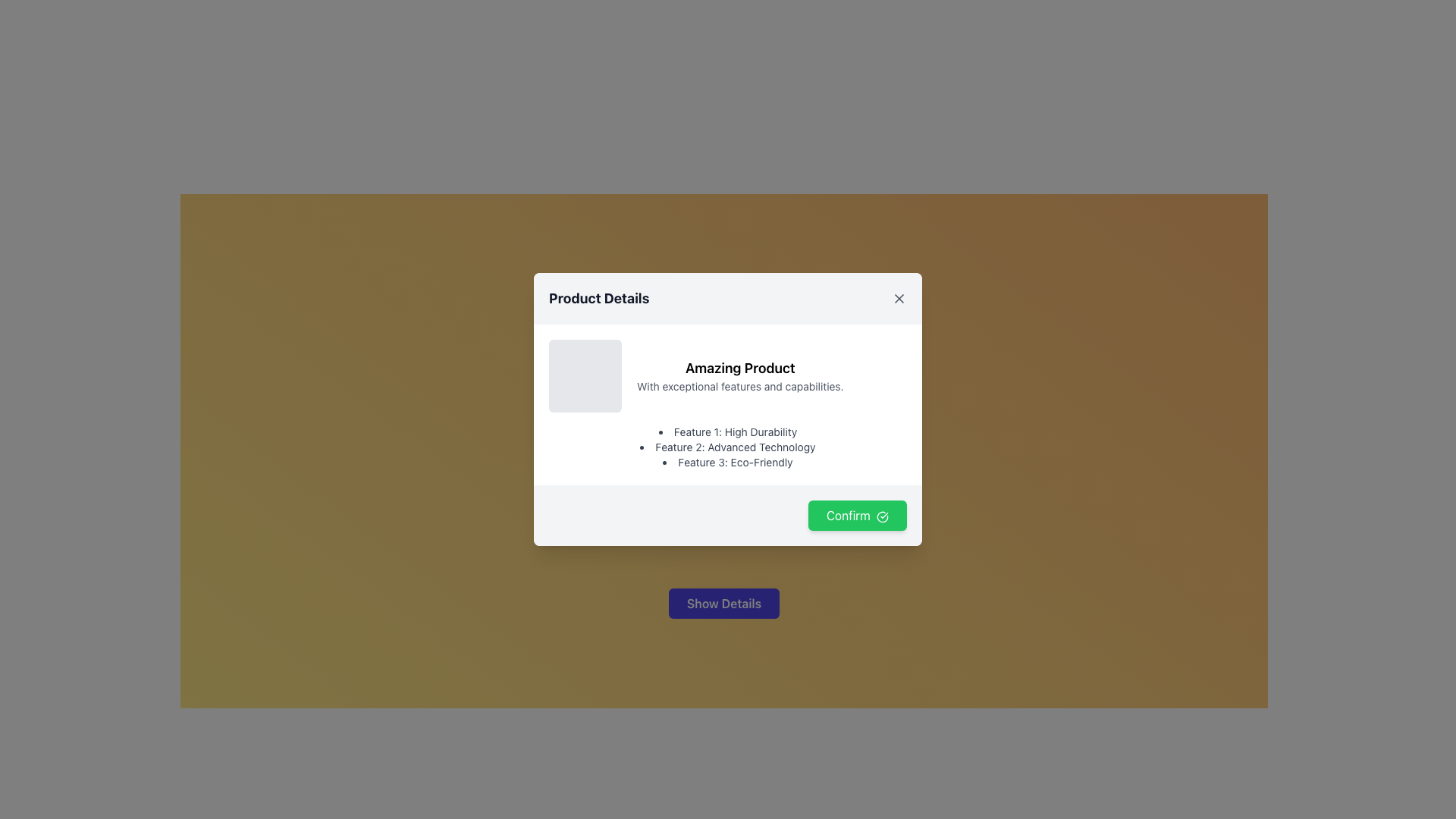  I want to click on the confirmation button located at the bottom-right corner of the modal dialog to confirm the action, so click(857, 514).